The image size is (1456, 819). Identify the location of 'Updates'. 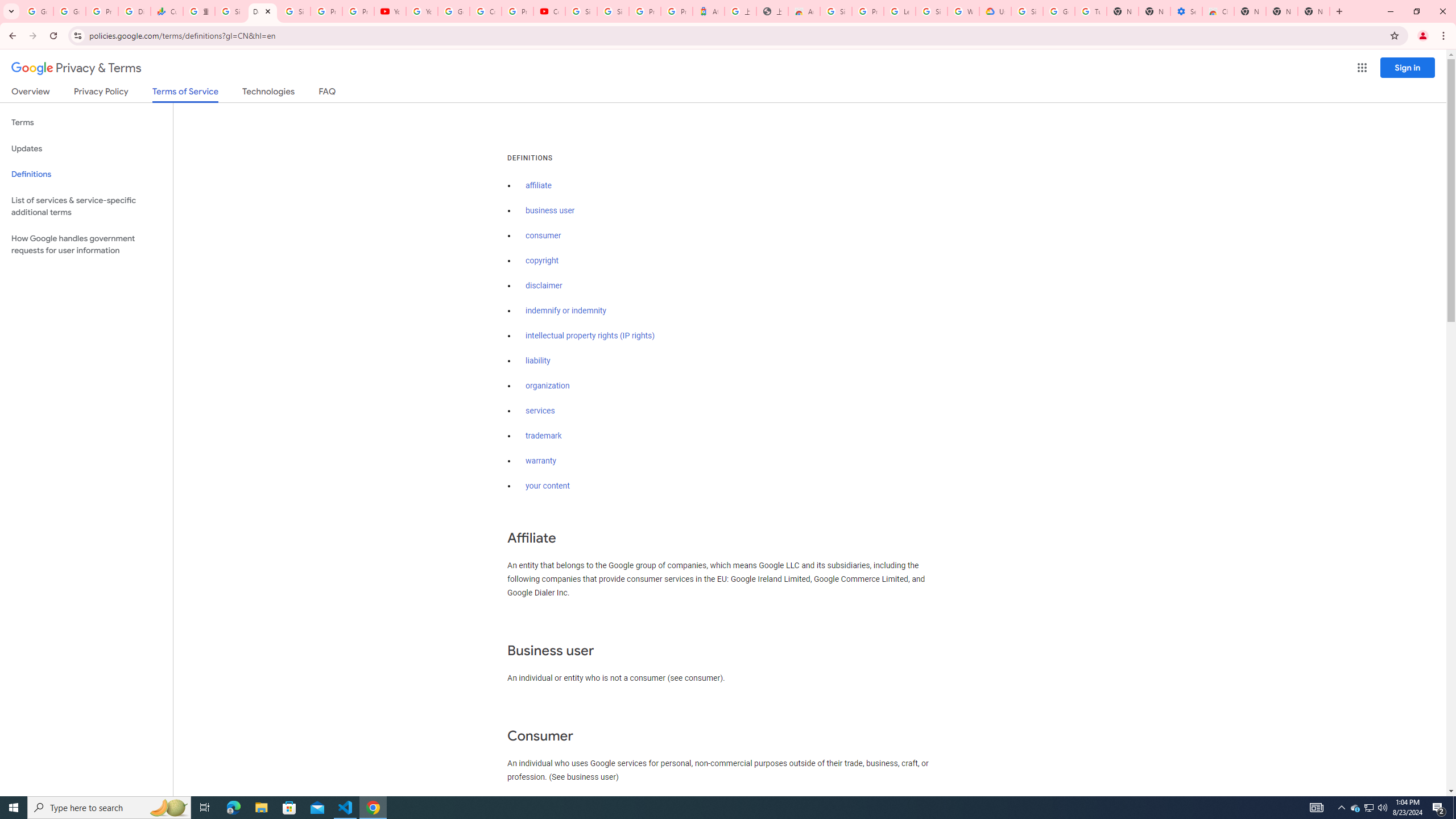
(86, 148).